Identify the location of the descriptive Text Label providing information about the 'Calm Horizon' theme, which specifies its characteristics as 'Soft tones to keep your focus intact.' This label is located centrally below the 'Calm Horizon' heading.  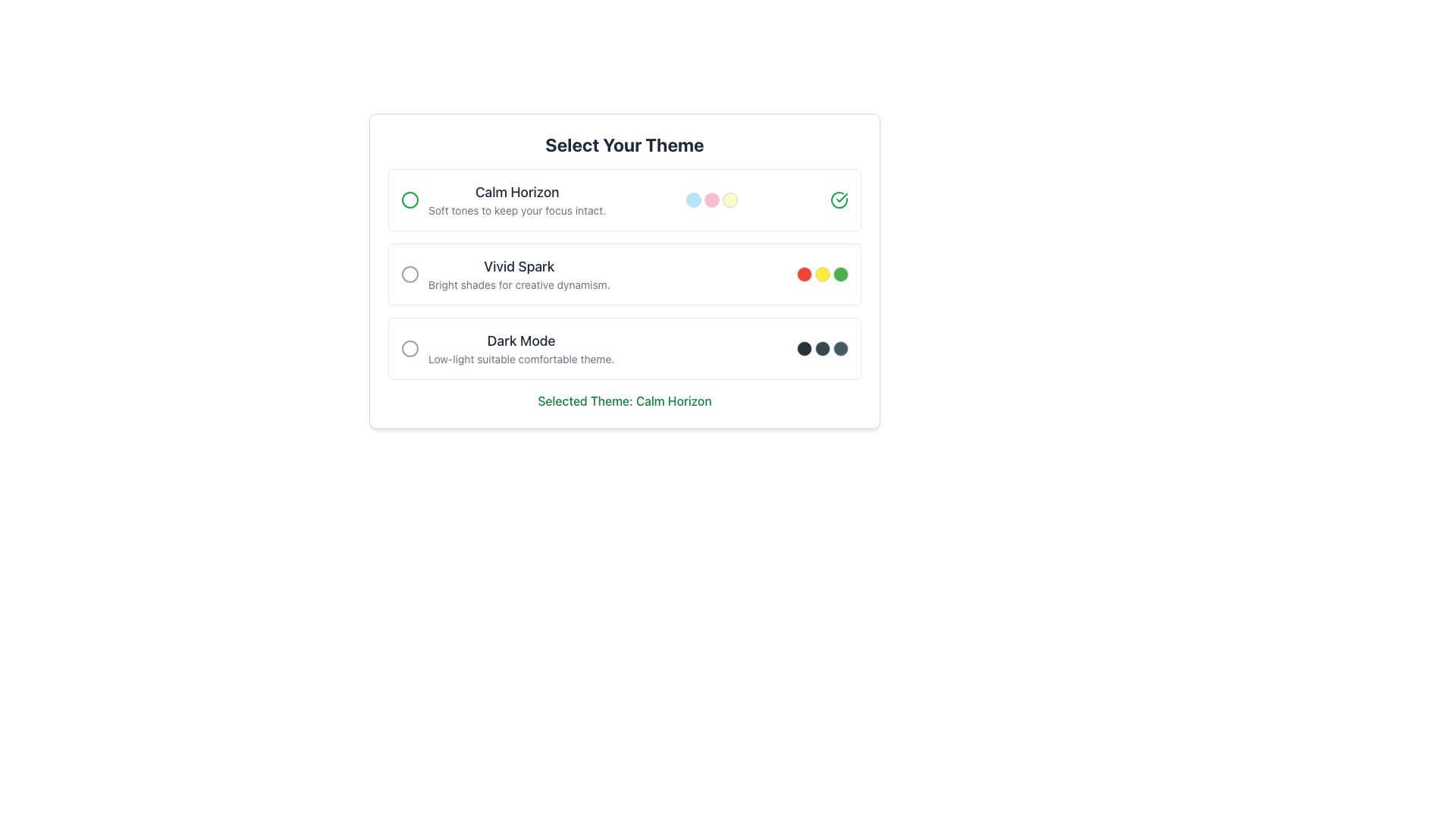
(517, 210).